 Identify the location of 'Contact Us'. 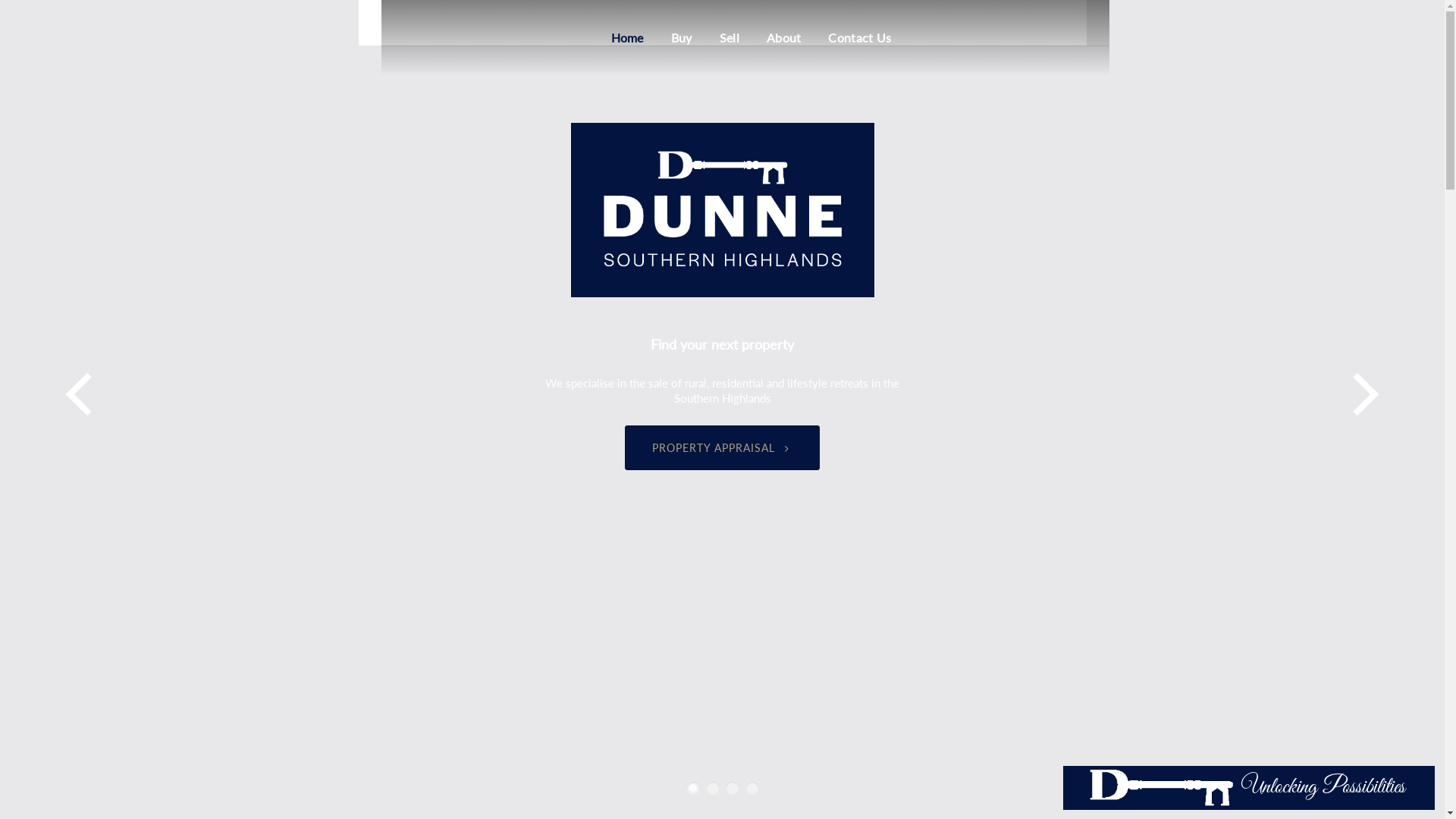
(859, 37).